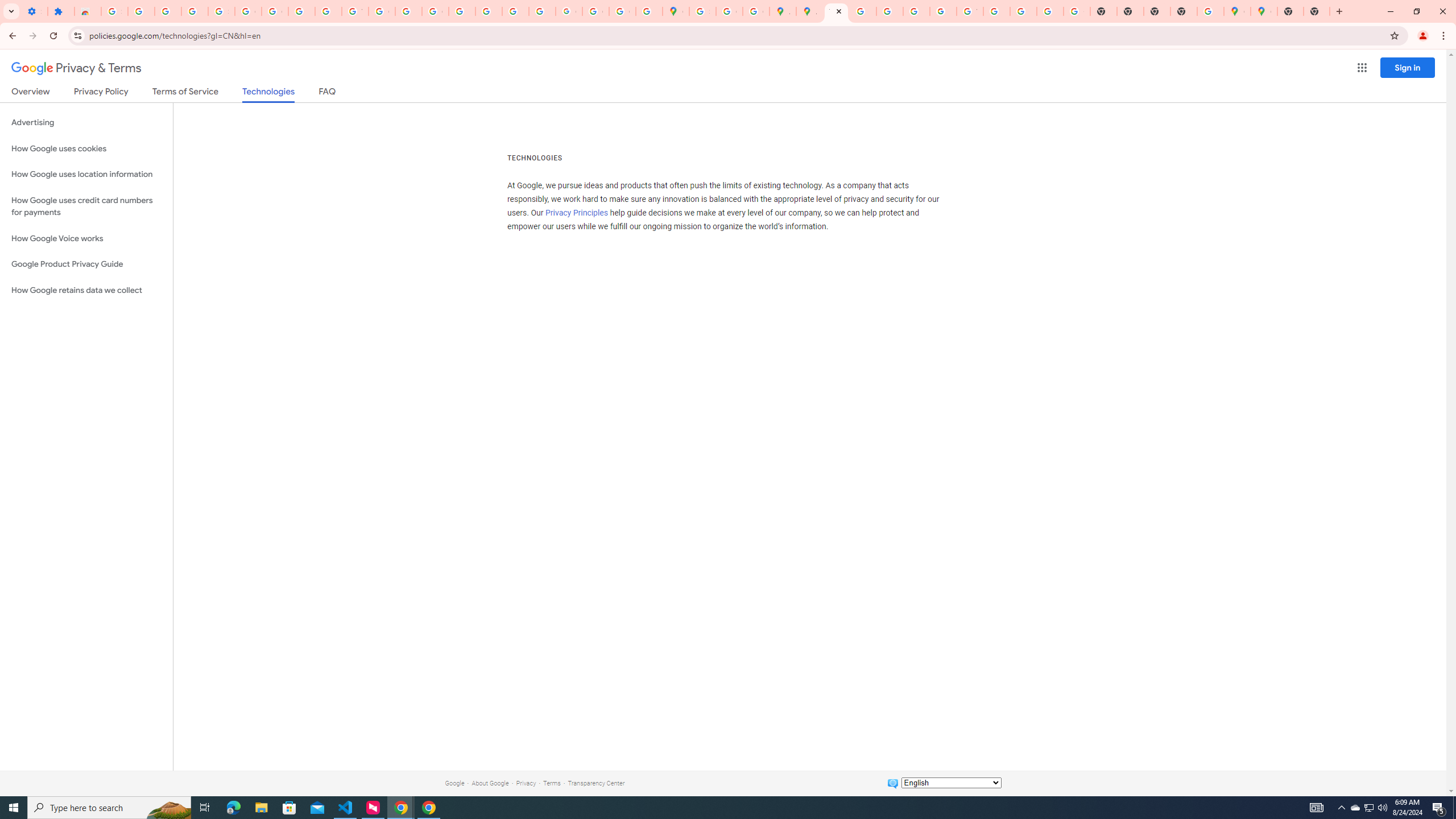 The image size is (1456, 819). What do you see at coordinates (1407, 67) in the screenshot?
I see `'Sign in'` at bounding box center [1407, 67].